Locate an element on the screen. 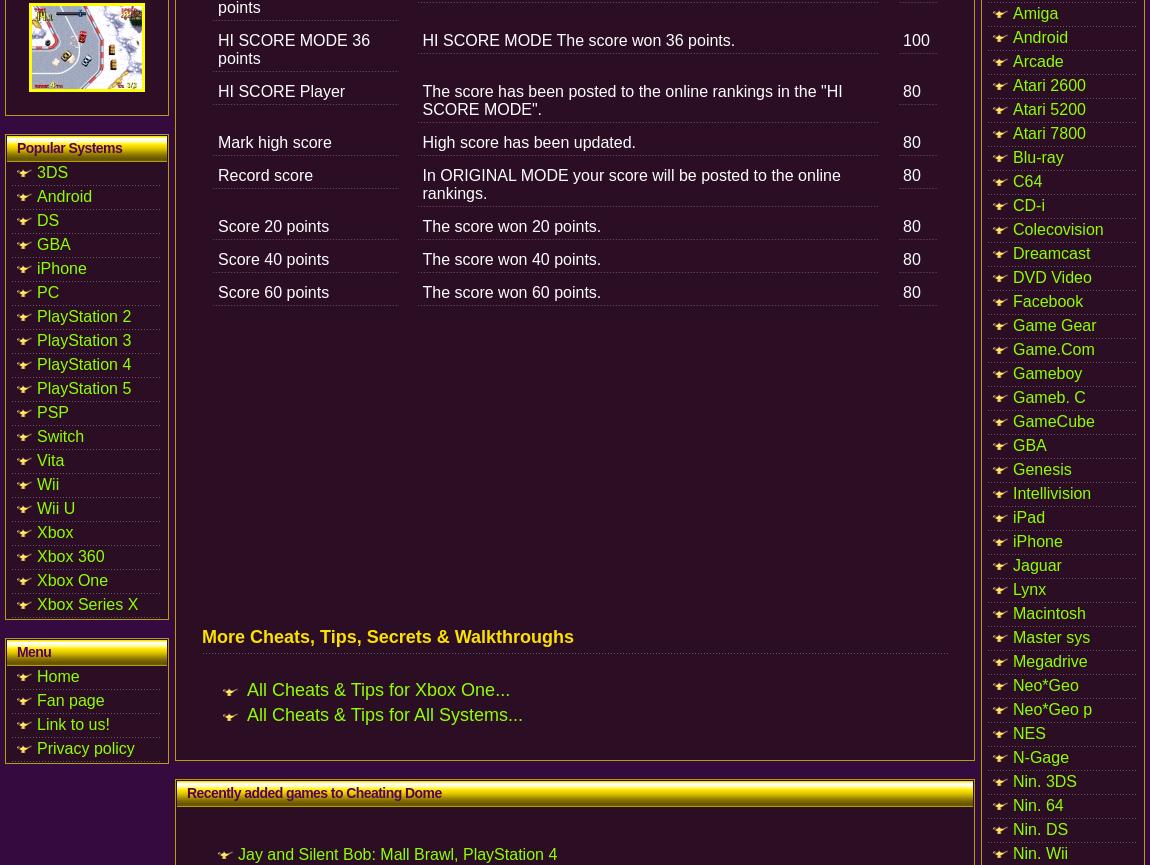 The width and height of the screenshot is (1150, 865). 'Mark high score' is located at coordinates (273, 142).